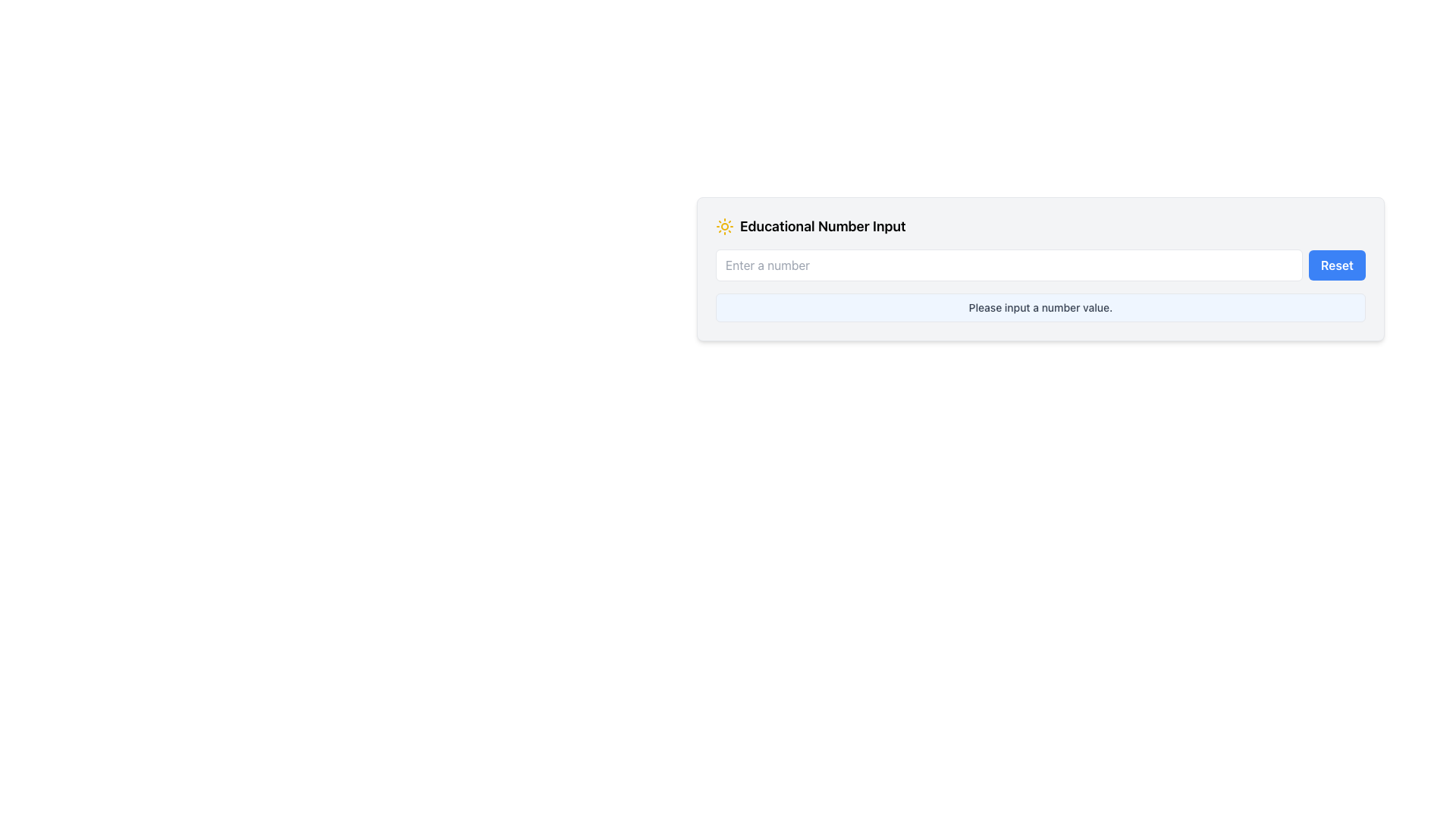 The height and width of the screenshot is (819, 1456). I want to click on the text label that reads 'Please input a number value.' which is styled in gray color and located below the 'Educational Number Input' field, so click(1040, 307).